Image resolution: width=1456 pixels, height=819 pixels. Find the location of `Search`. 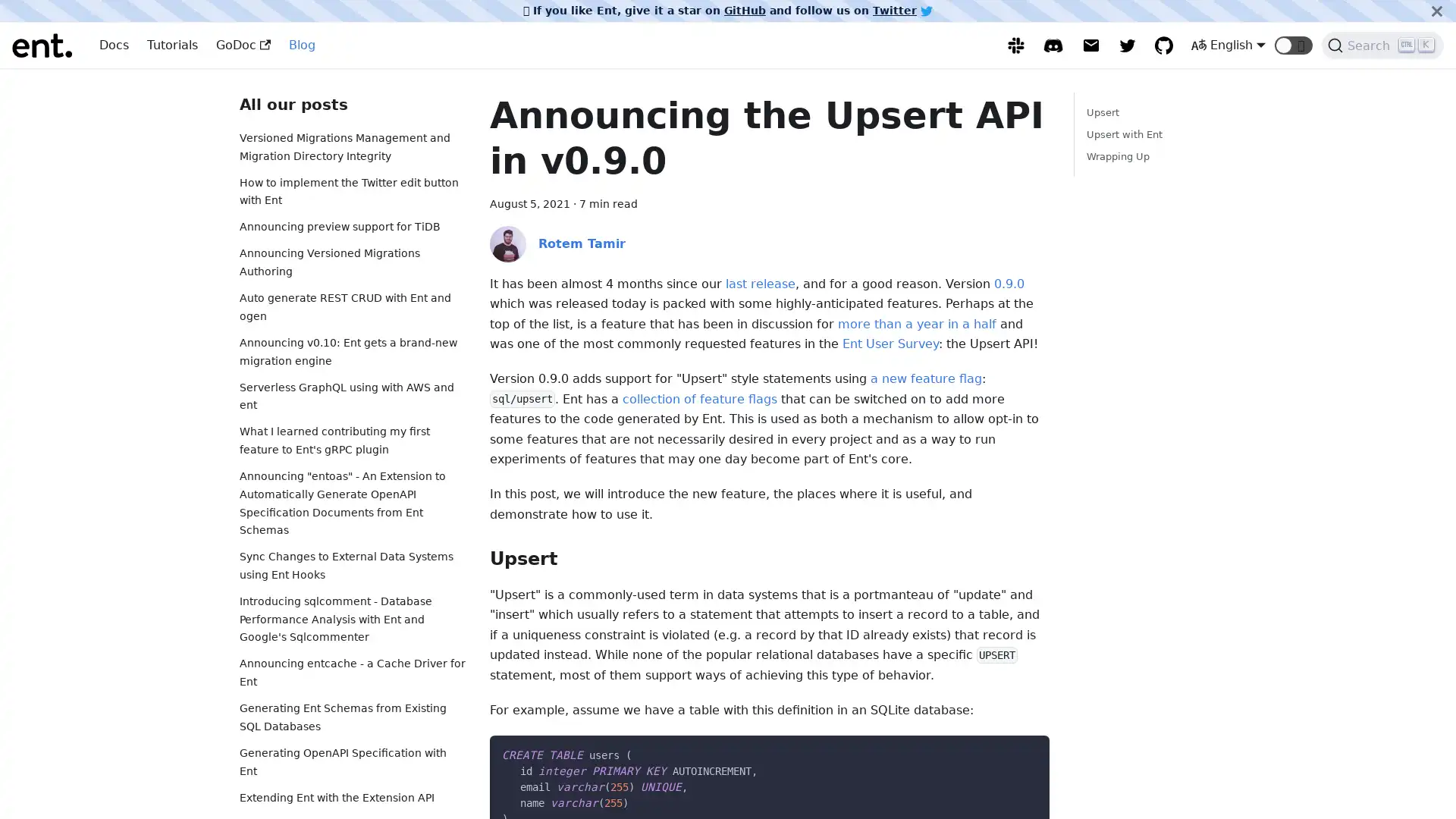

Search is located at coordinates (1382, 45).